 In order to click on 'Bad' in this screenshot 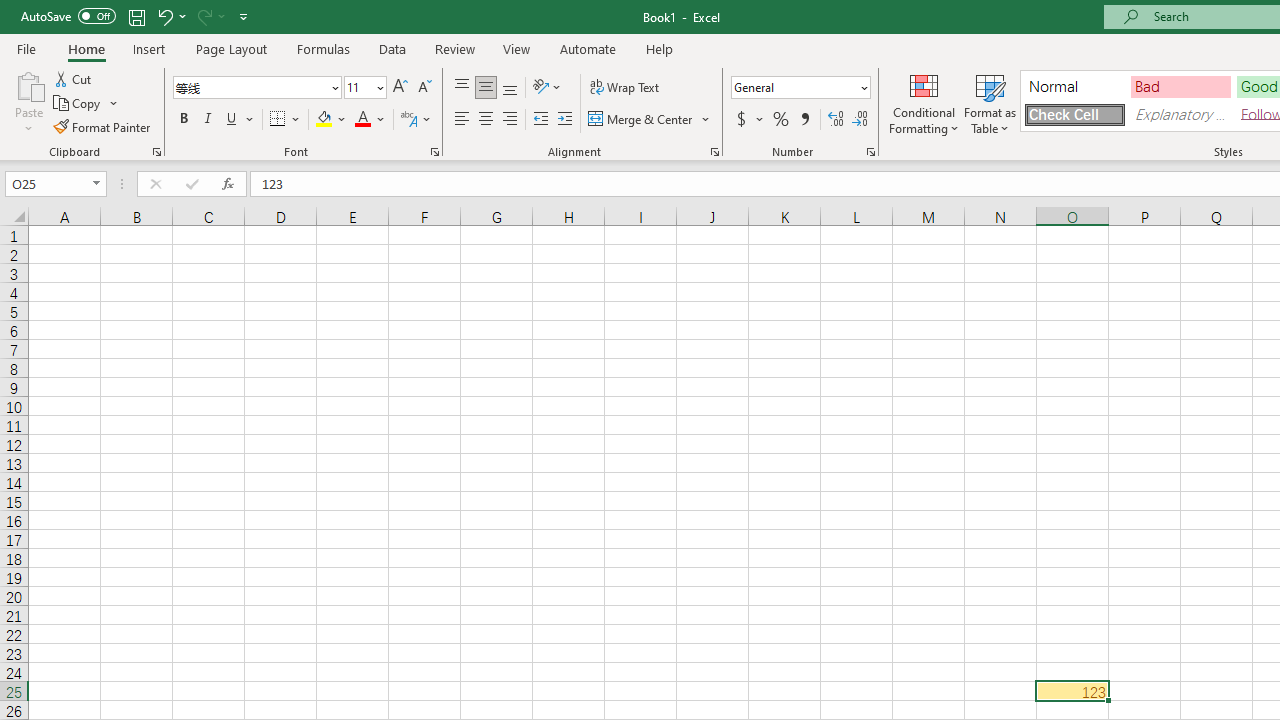, I will do `click(1180, 85)`.